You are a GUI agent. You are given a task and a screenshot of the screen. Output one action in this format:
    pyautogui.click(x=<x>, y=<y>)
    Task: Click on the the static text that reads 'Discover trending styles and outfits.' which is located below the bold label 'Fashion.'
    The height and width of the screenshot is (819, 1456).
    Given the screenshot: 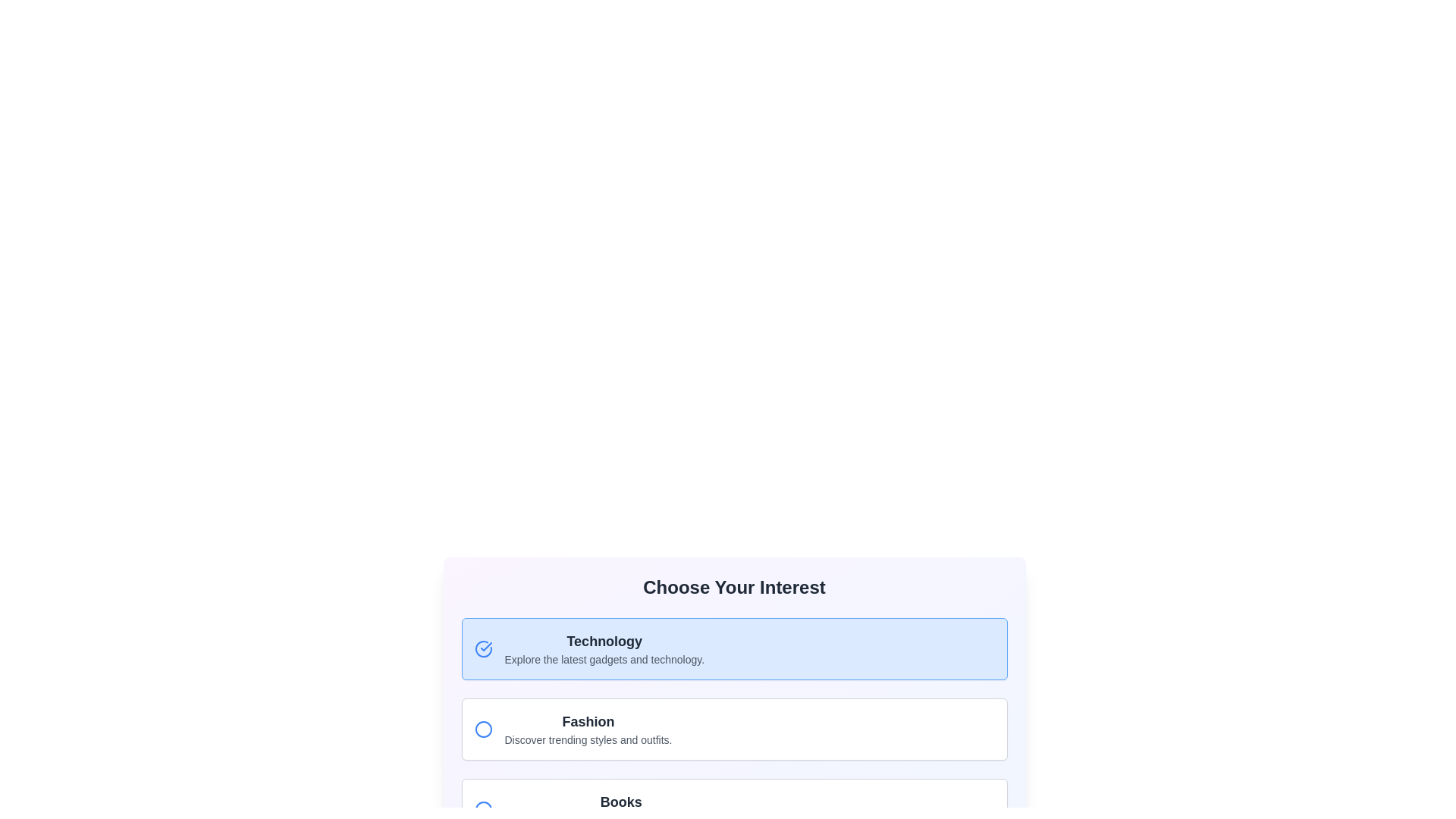 What is the action you would take?
    pyautogui.click(x=588, y=739)
    